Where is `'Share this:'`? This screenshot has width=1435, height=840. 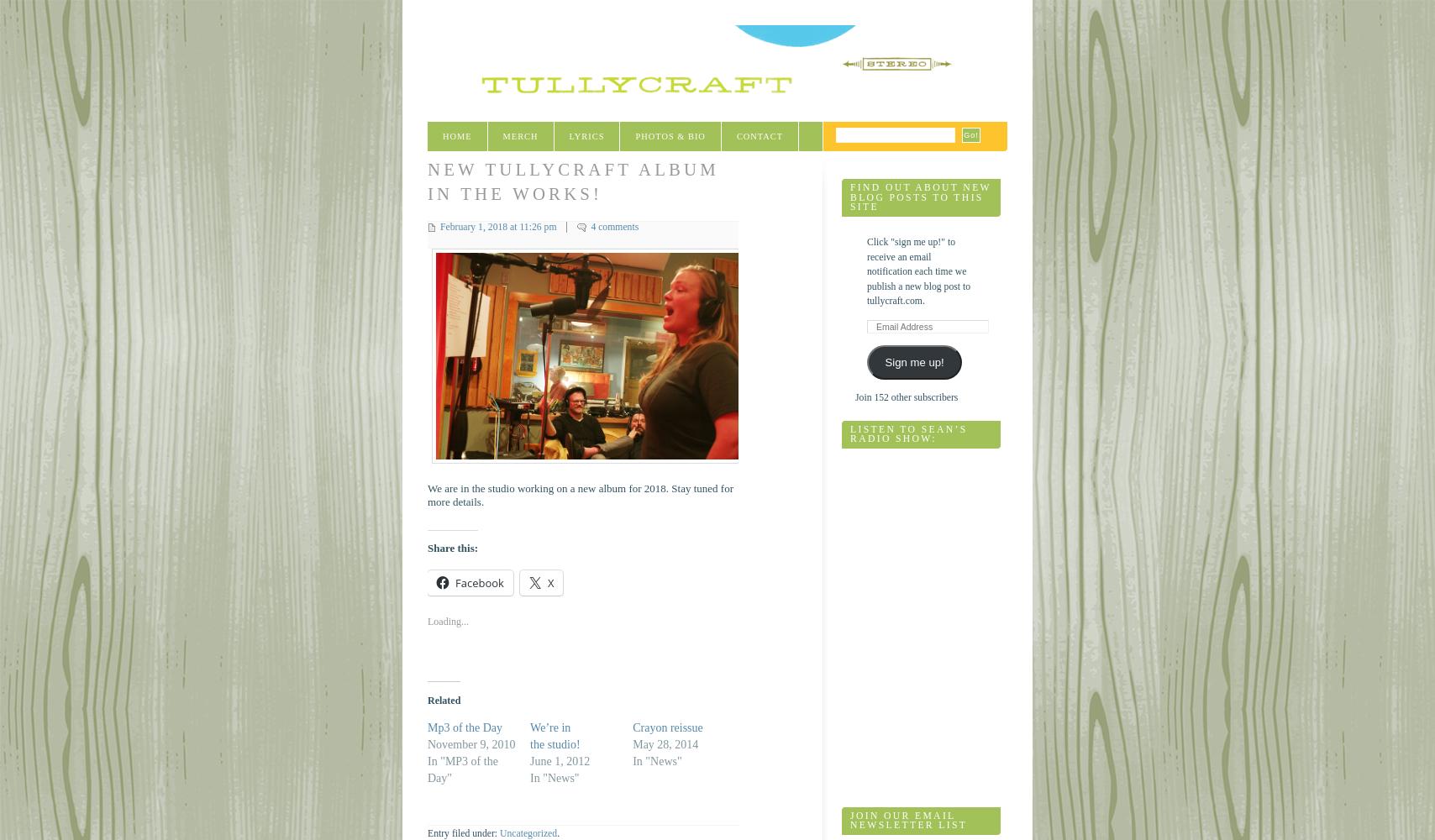
'Share this:' is located at coordinates (453, 547).